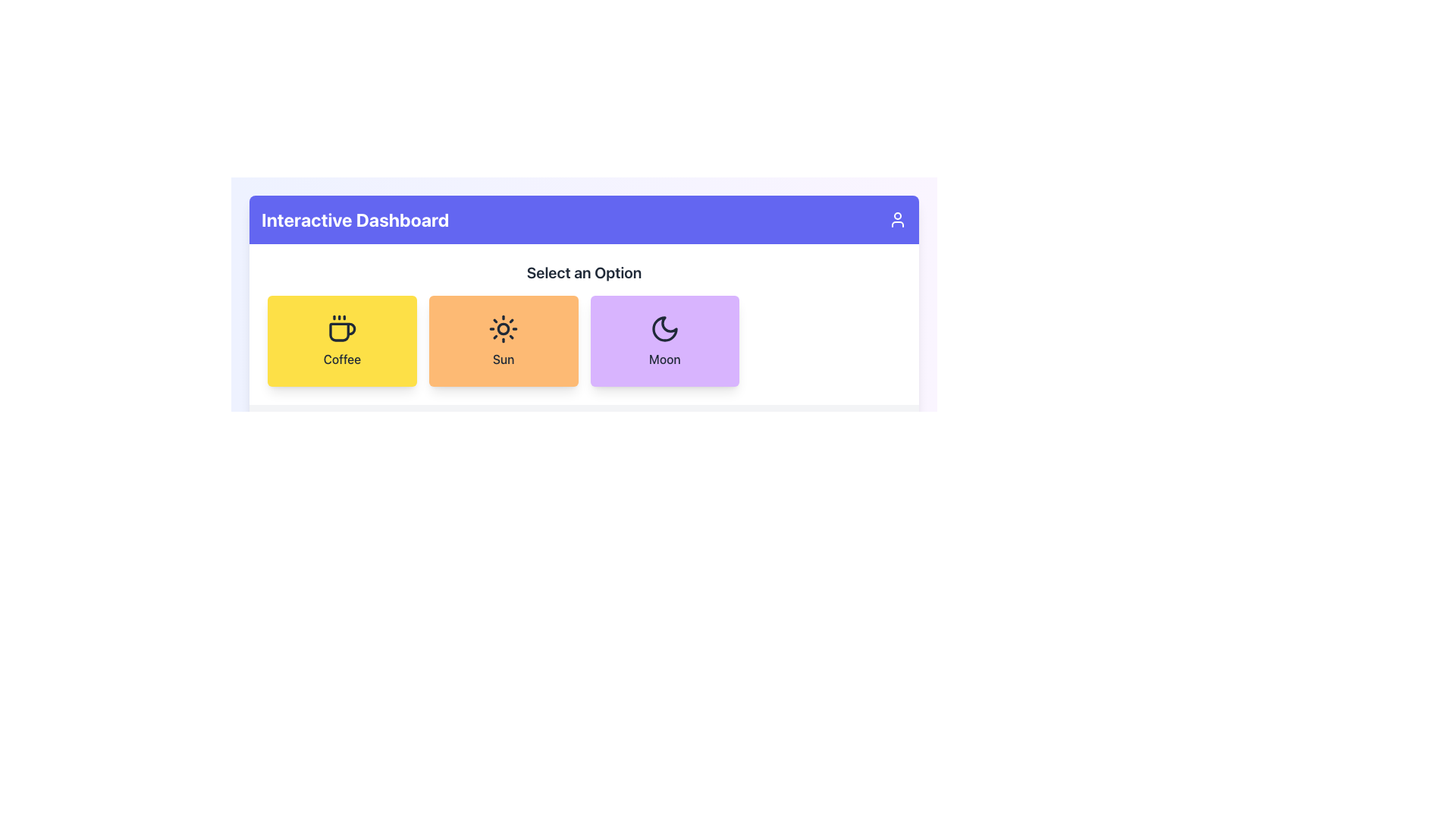  Describe the element at coordinates (898, 219) in the screenshot. I see `the SVG Icon located in the far right corner of the header section next to 'Interactive Dashboard'` at that location.